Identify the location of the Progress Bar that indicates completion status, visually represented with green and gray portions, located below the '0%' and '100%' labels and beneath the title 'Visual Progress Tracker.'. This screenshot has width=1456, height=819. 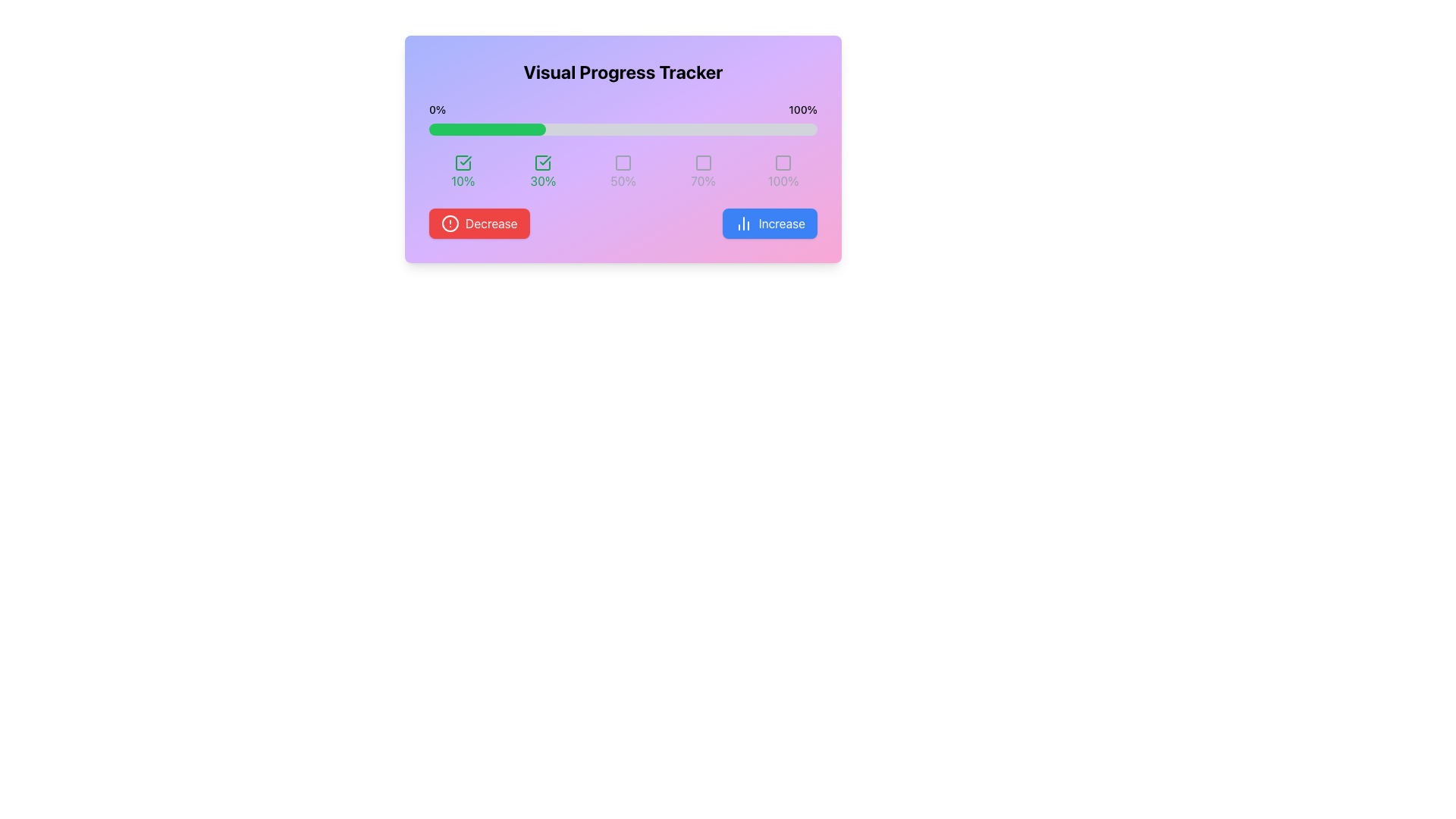
(623, 128).